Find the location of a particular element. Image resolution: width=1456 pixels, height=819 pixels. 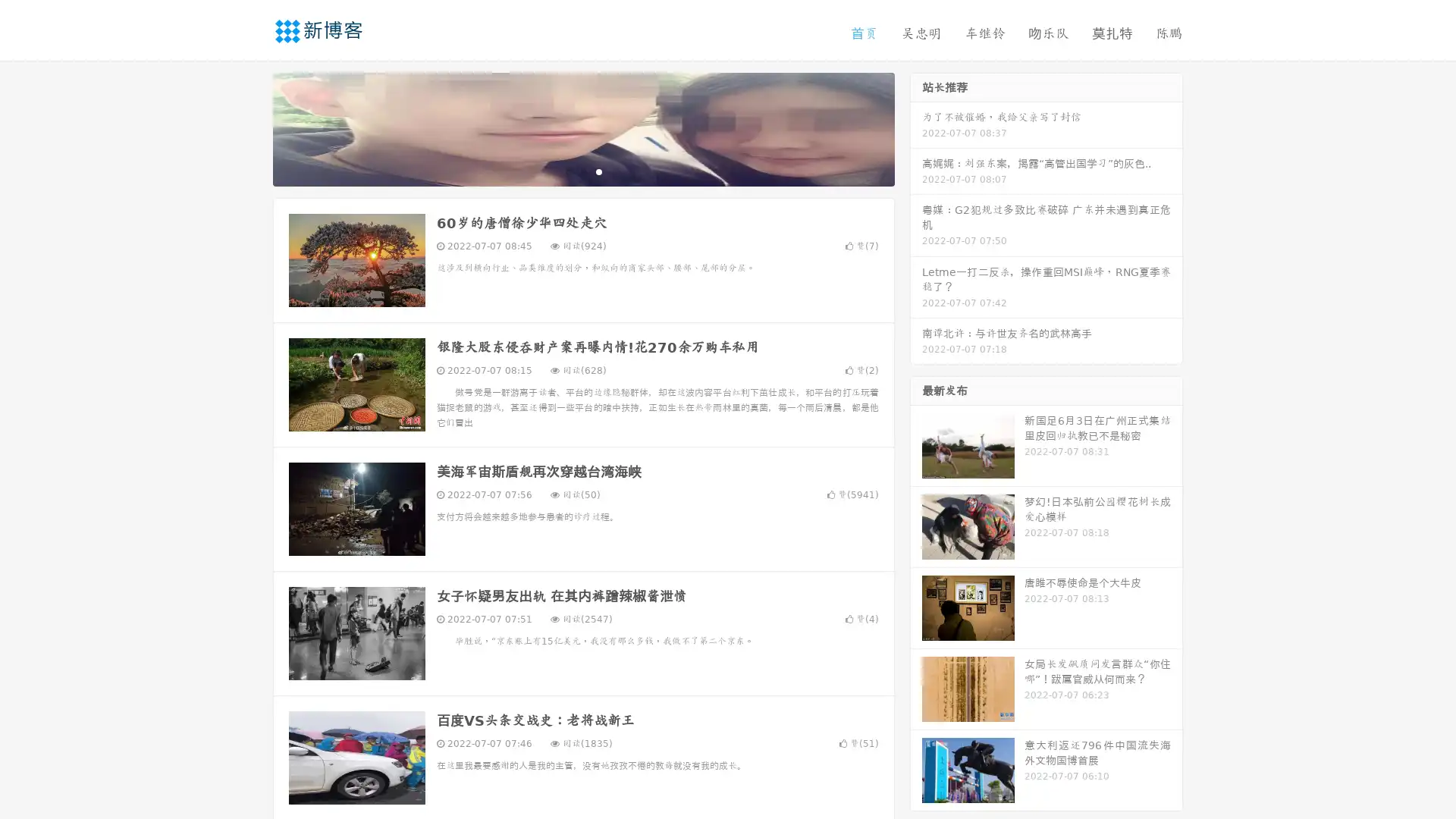

Go to slide 3 is located at coordinates (598, 171).